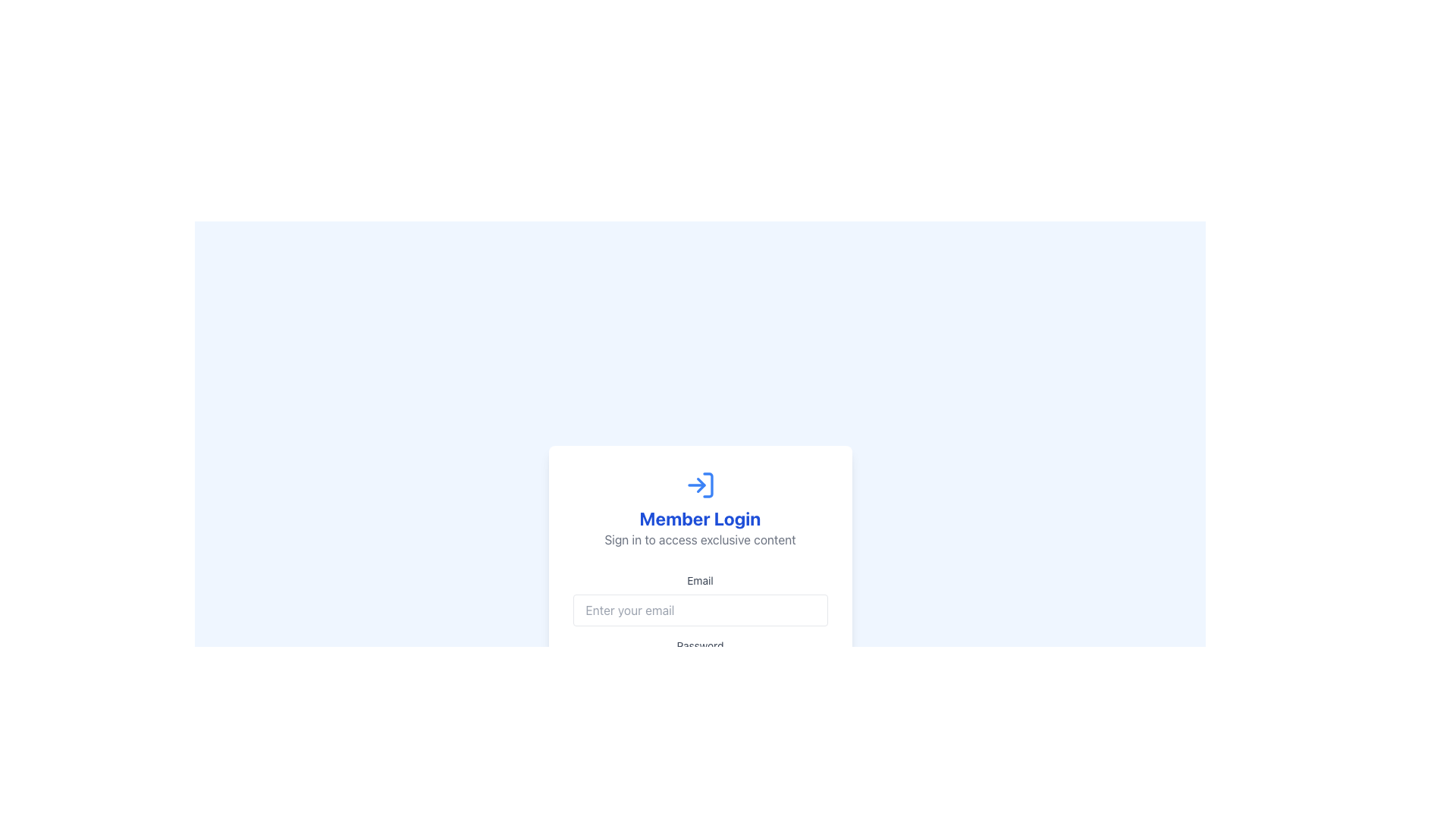  What do you see at coordinates (699, 580) in the screenshot?
I see `the label indicating the purpose of the email input field, which is positioned above the text input field` at bounding box center [699, 580].